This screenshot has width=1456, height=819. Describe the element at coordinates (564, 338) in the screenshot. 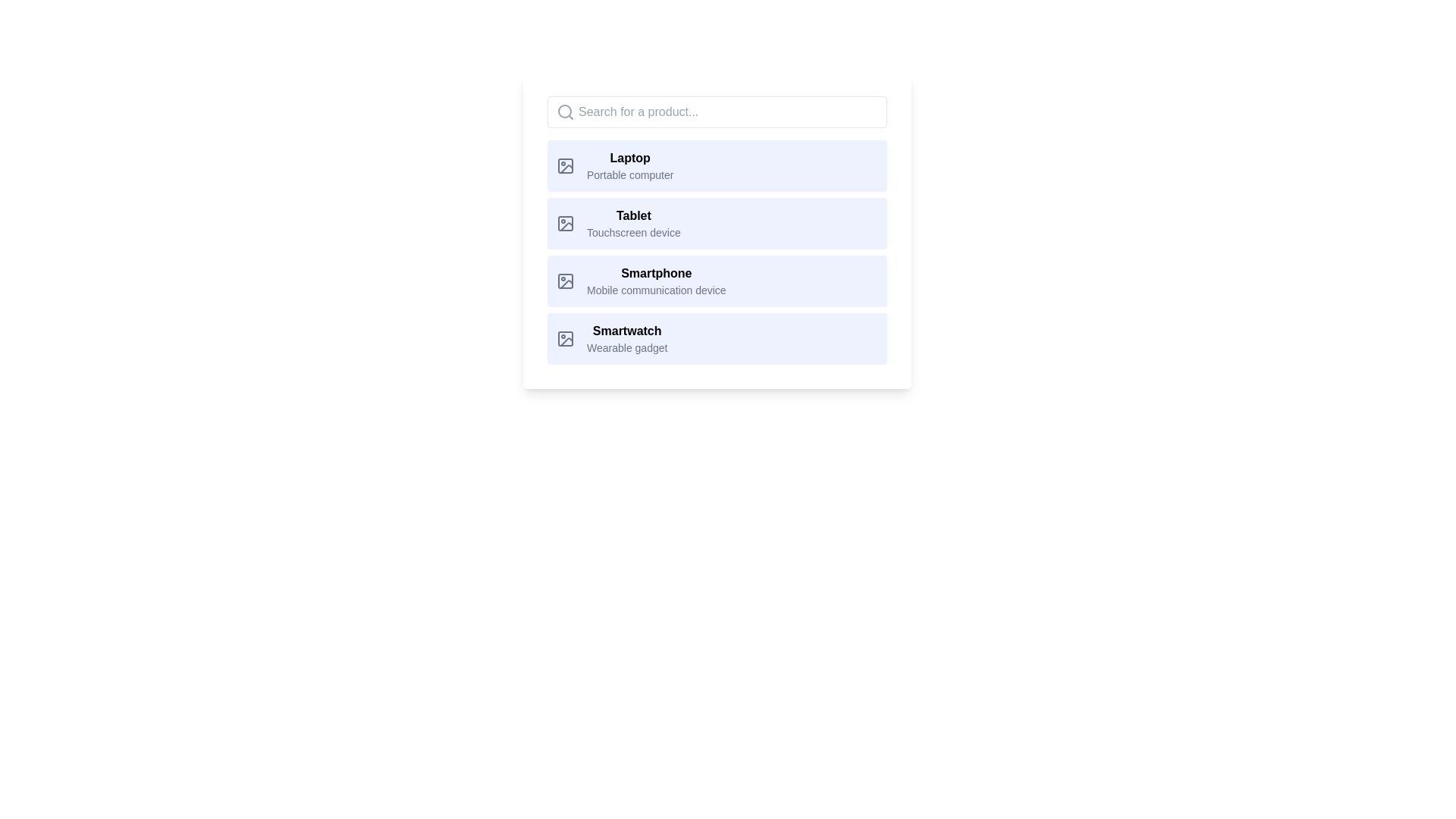

I see `the gray, minimalistic icon resembling a picture frame with a round corner, located to the left of the 'Smartwatch' text block in the fourth row of a vertically stacked list` at that location.